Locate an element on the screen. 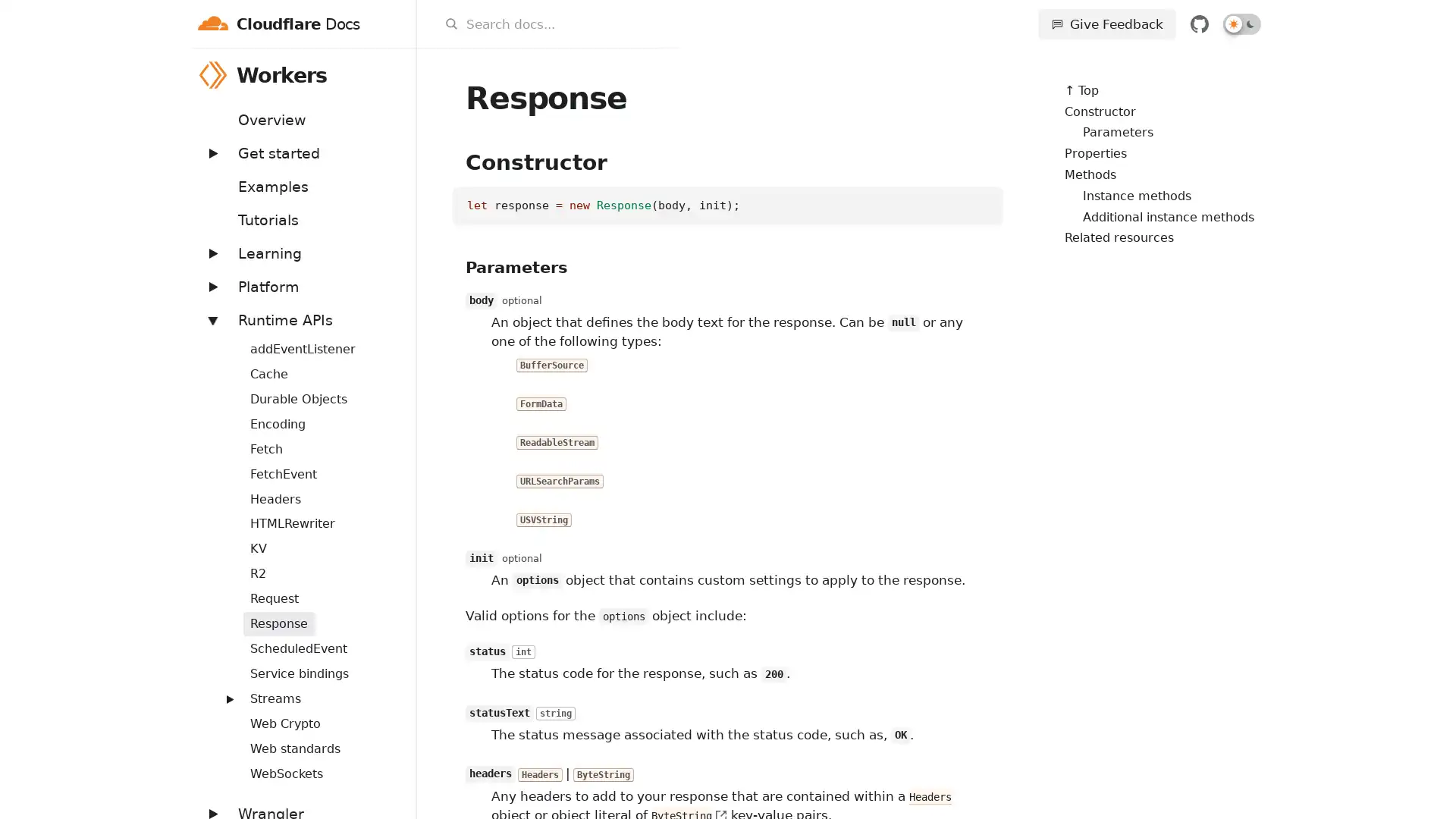 The width and height of the screenshot is (1456, 819). Expand: Workers Sites is located at coordinates (221, 690).